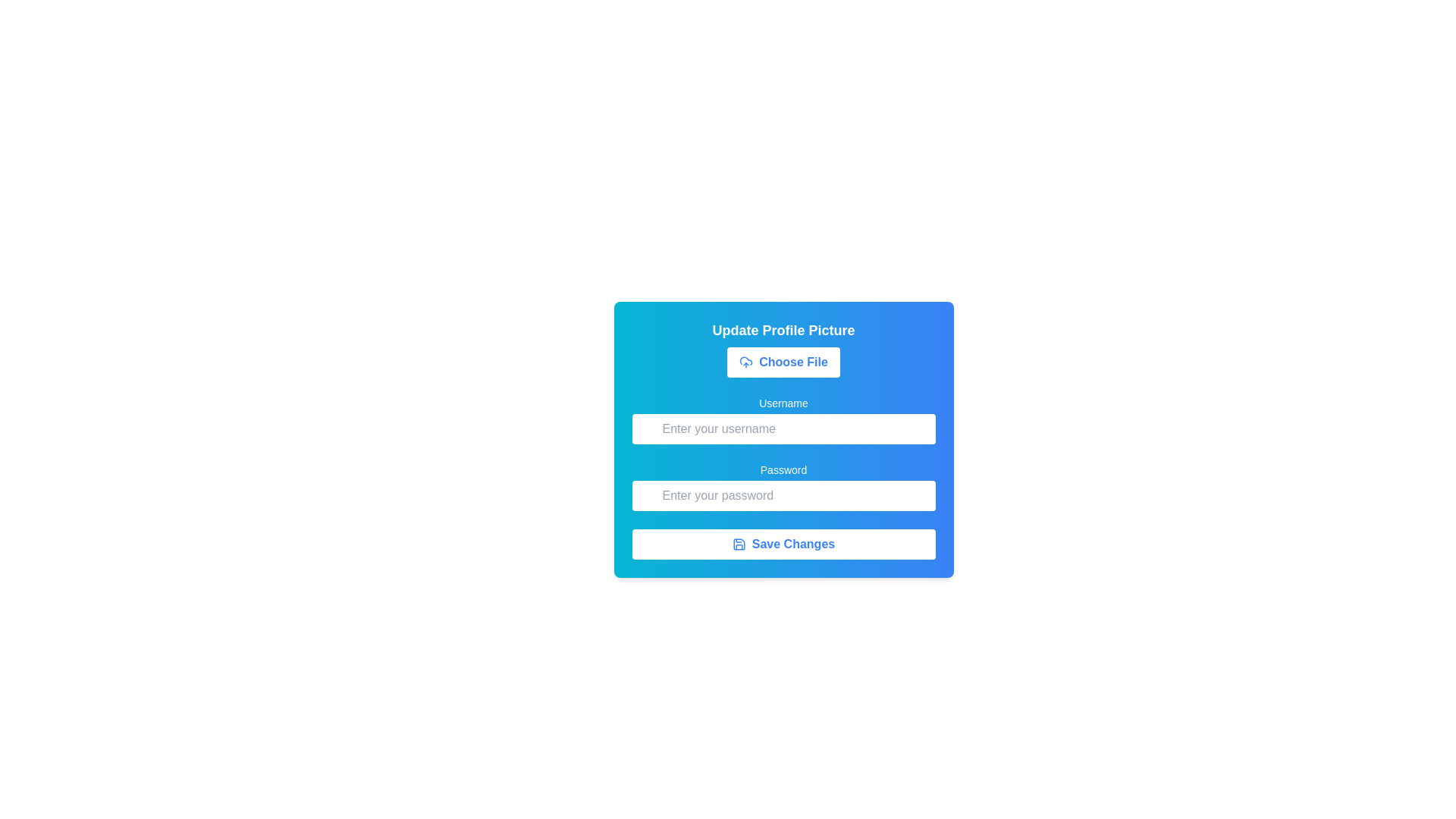 The image size is (1456, 819). I want to click on the Password input field, which is labeled 'Password' and includes a lock icon to the left, in order to focus on it for input, so click(783, 486).